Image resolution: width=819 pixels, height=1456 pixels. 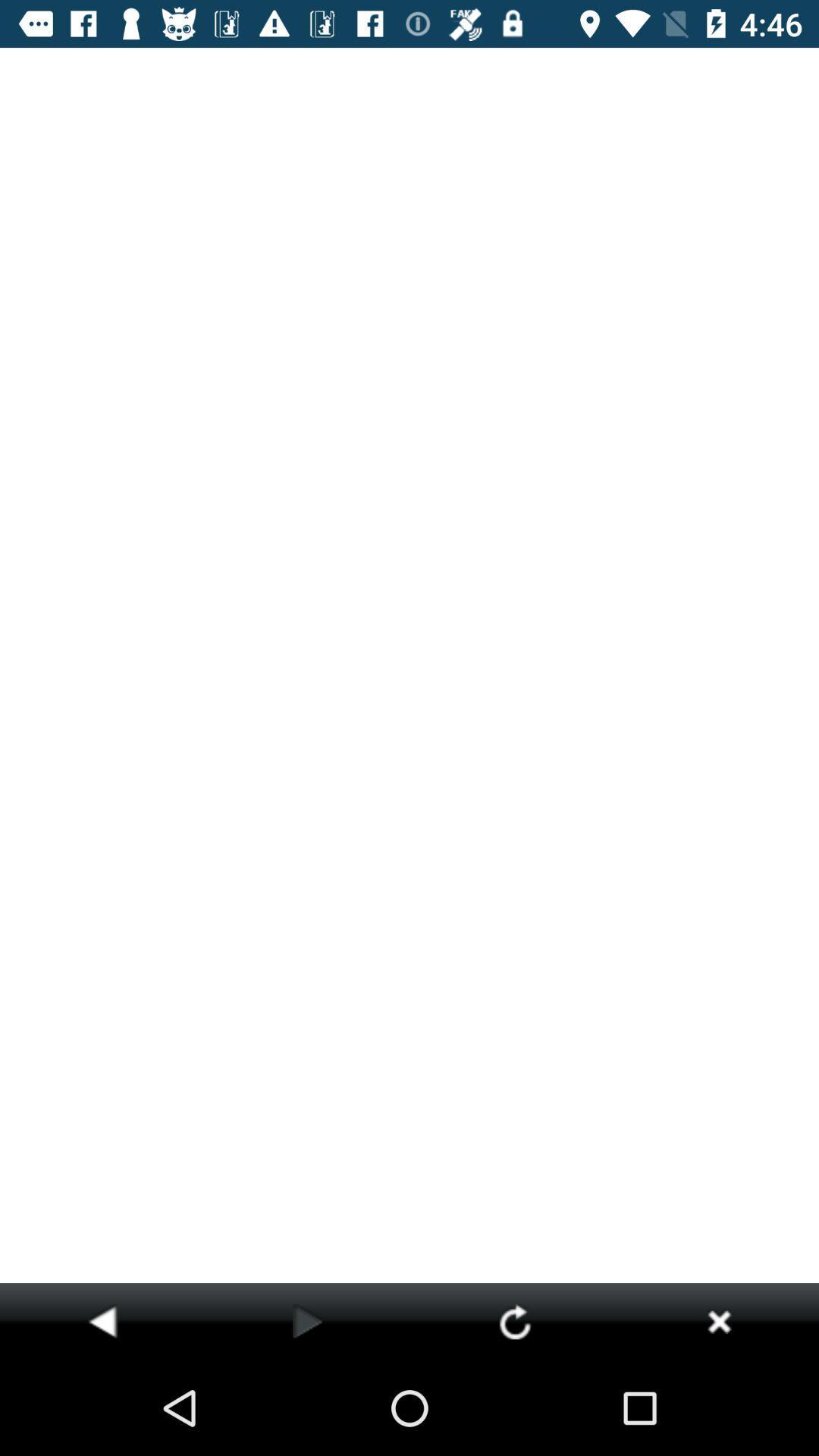 I want to click on item at the center, so click(x=409, y=665).